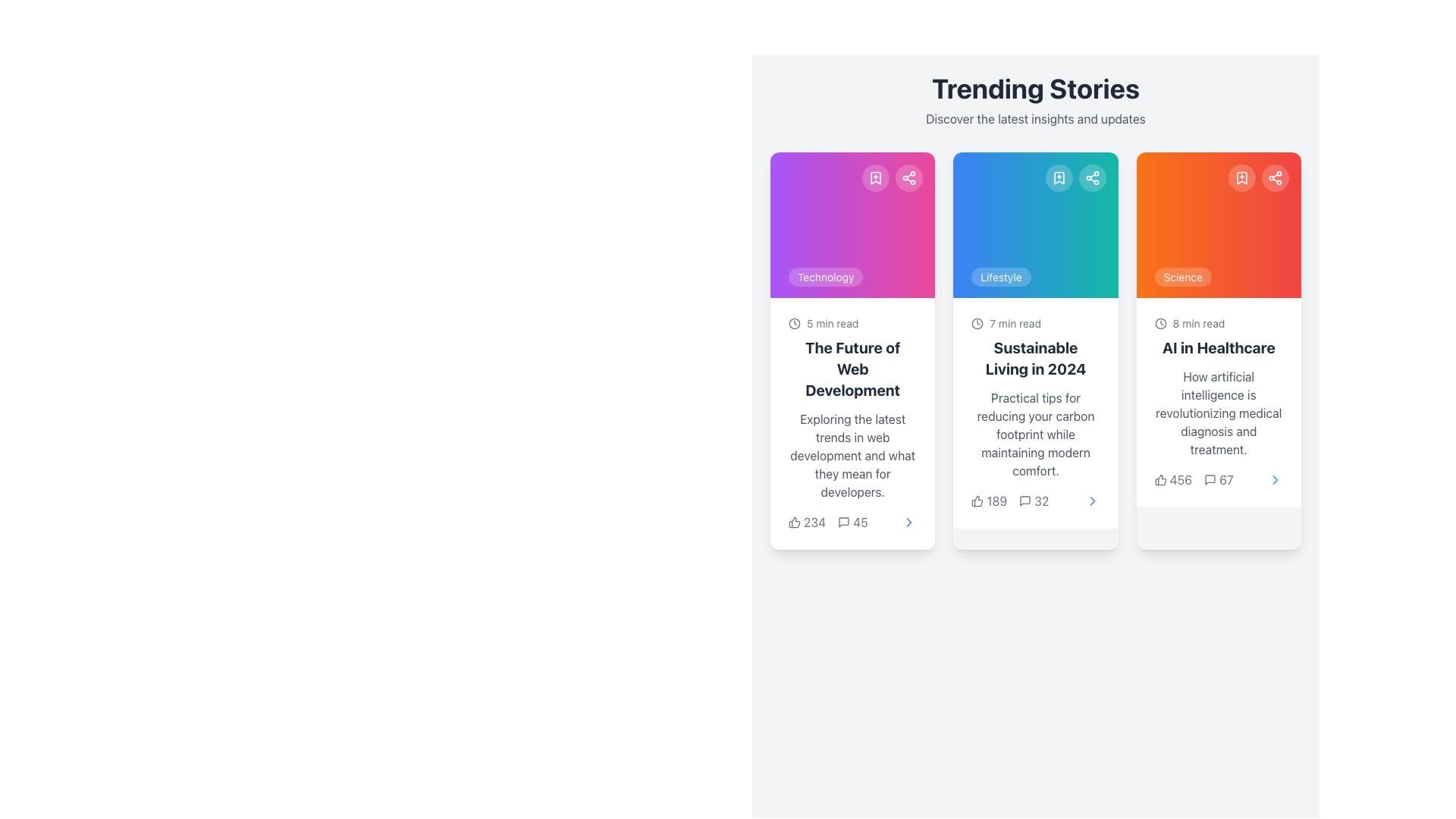  I want to click on numbers for likes and comments from the pair of icon-text elements located at the bottom of the 'Sustainable Living in 2024' card, just above the right arrow, so click(1035, 500).